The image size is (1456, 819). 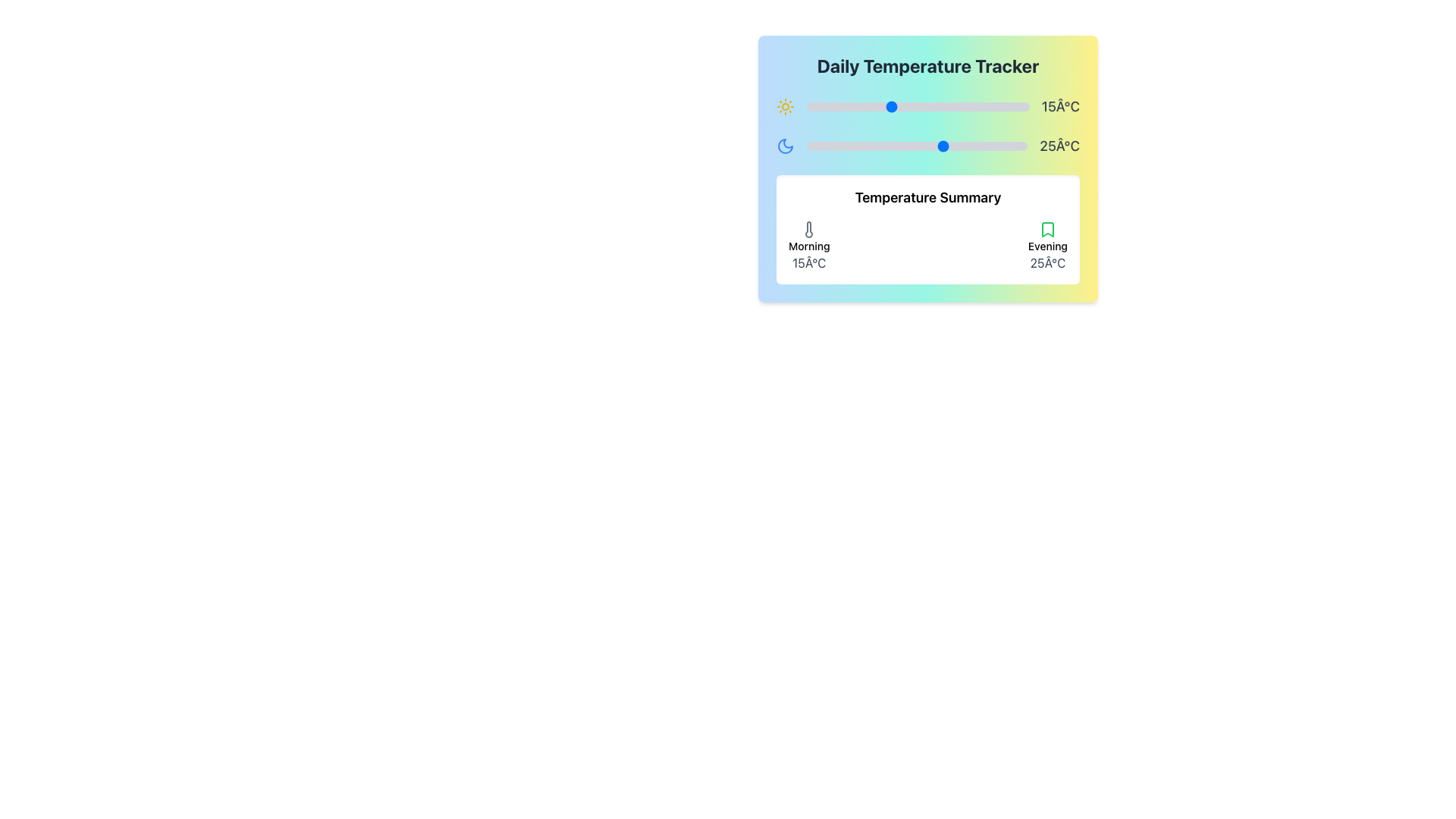 I want to click on the text label displaying the evening temperature located directly below the 'Evening' text in the 'Temperature Summary' section, so click(x=1047, y=262).